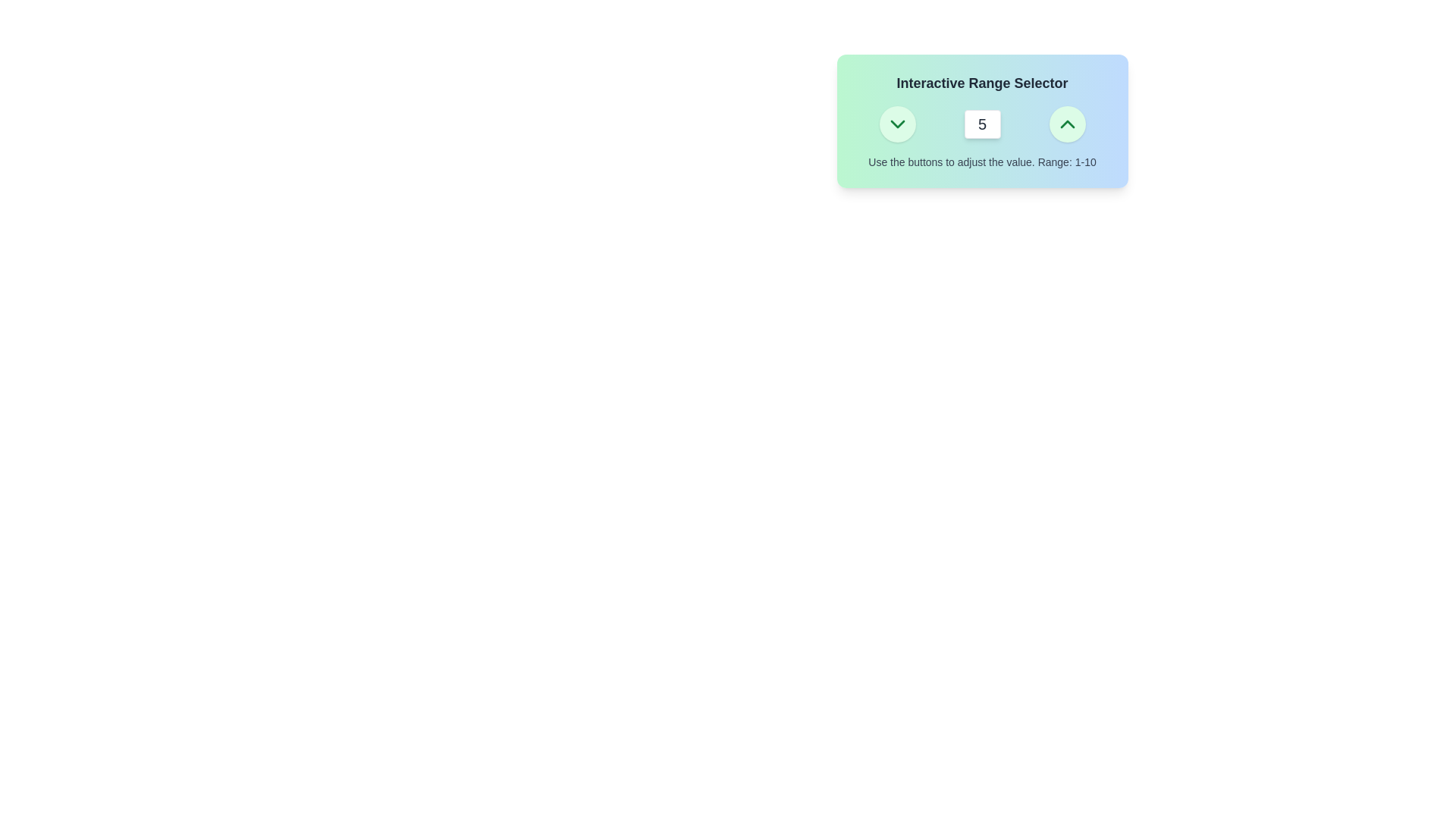 This screenshot has height=819, width=1456. What do you see at coordinates (1066, 124) in the screenshot?
I see `the circular button with a green arrow icon pointing upward` at bounding box center [1066, 124].